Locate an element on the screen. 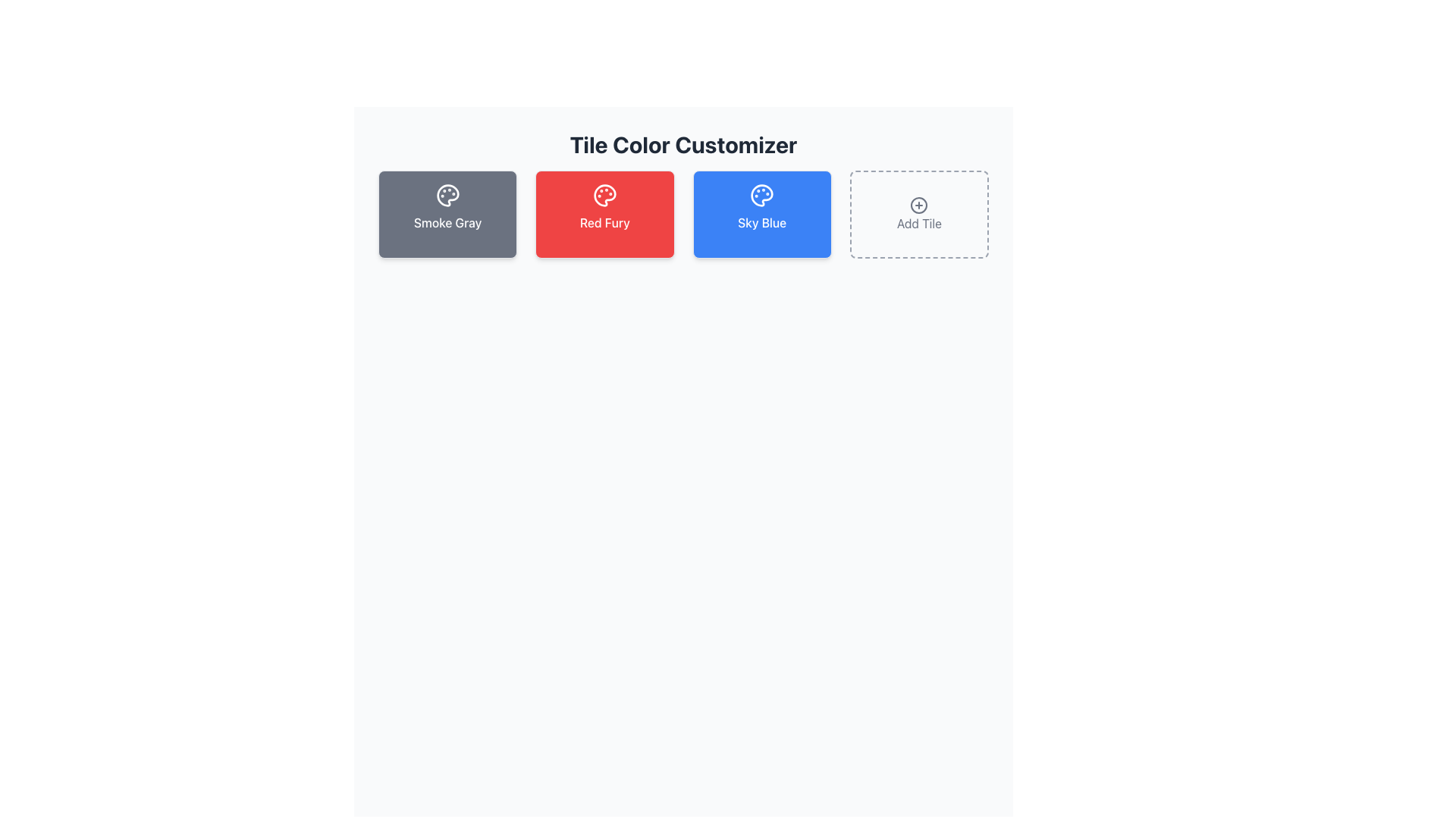 Image resolution: width=1456 pixels, height=819 pixels. the text label that describes the color of the blue tile, which is the third tile in a horizontal arrangement and contains a palette icon above it is located at coordinates (762, 222).